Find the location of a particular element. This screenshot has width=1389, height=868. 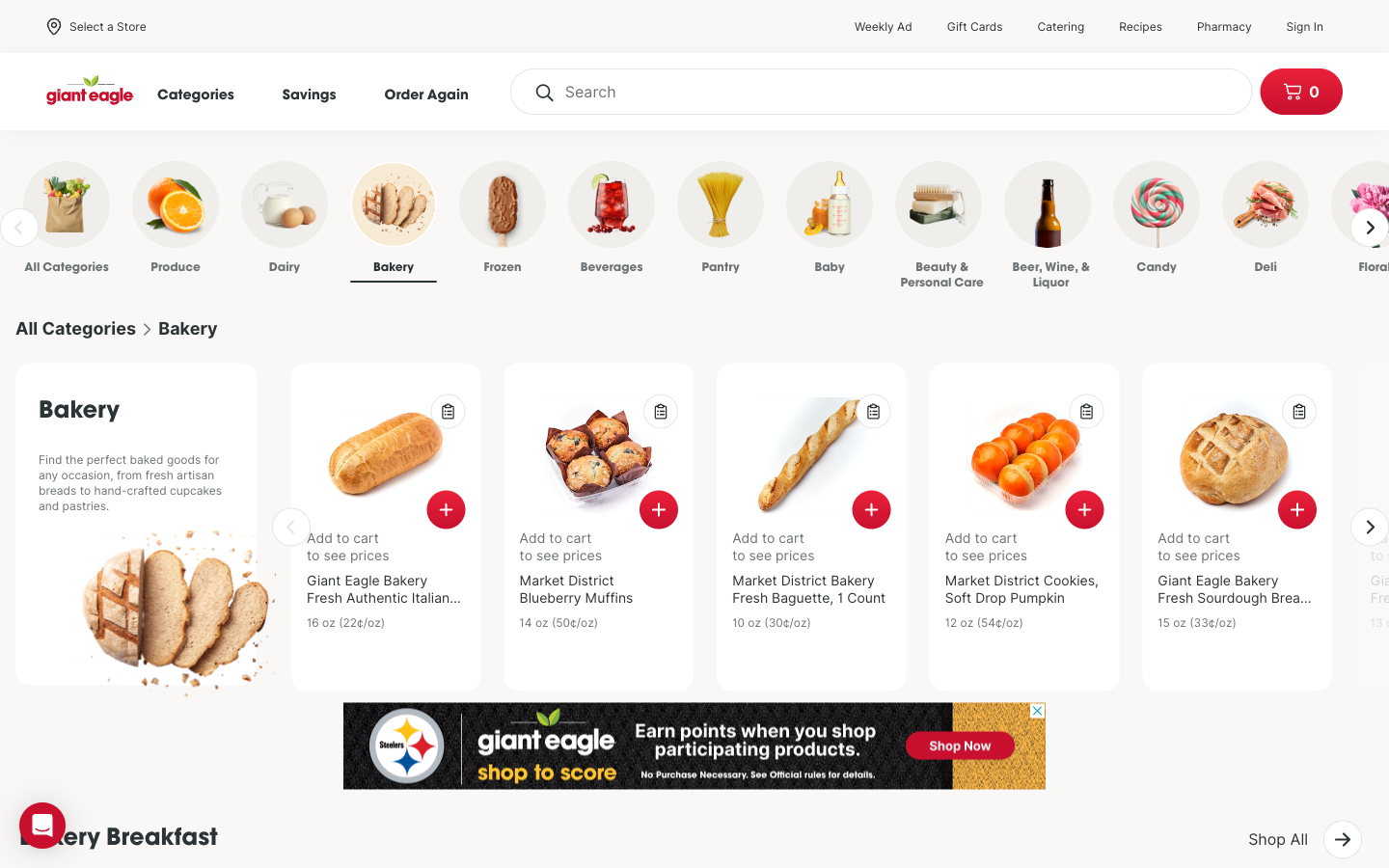

See all the items in cart is located at coordinates (1299, 91).